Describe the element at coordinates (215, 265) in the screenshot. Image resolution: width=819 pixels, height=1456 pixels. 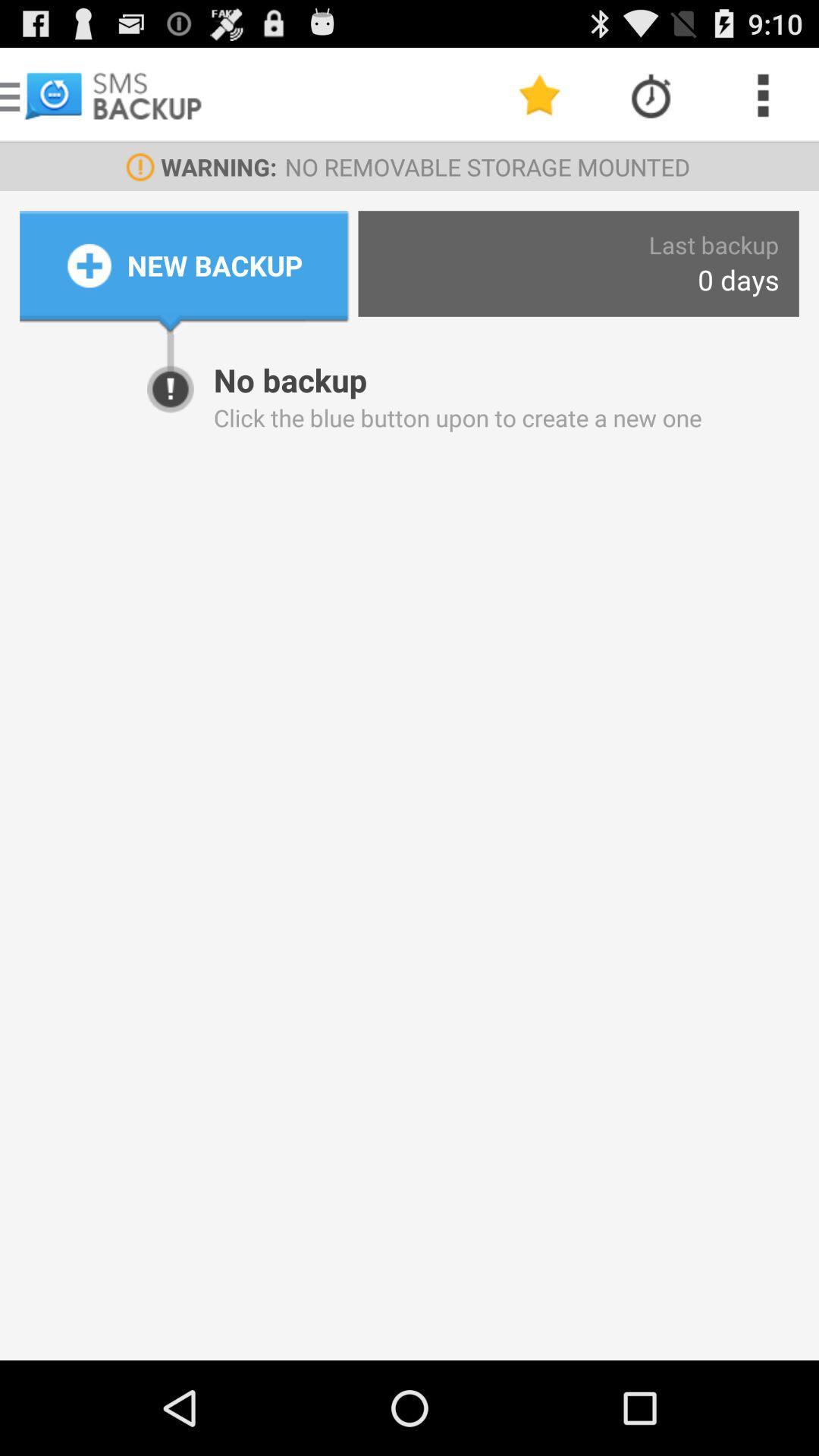
I see `the new backup app` at that location.